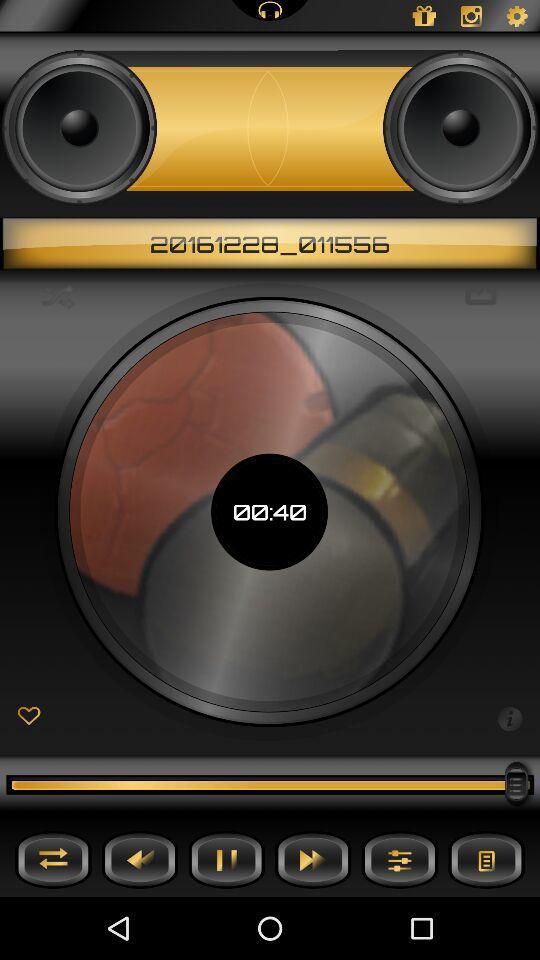 This screenshot has width=540, height=960. What do you see at coordinates (313, 858) in the screenshot?
I see `fast forward button` at bounding box center [313, 858].